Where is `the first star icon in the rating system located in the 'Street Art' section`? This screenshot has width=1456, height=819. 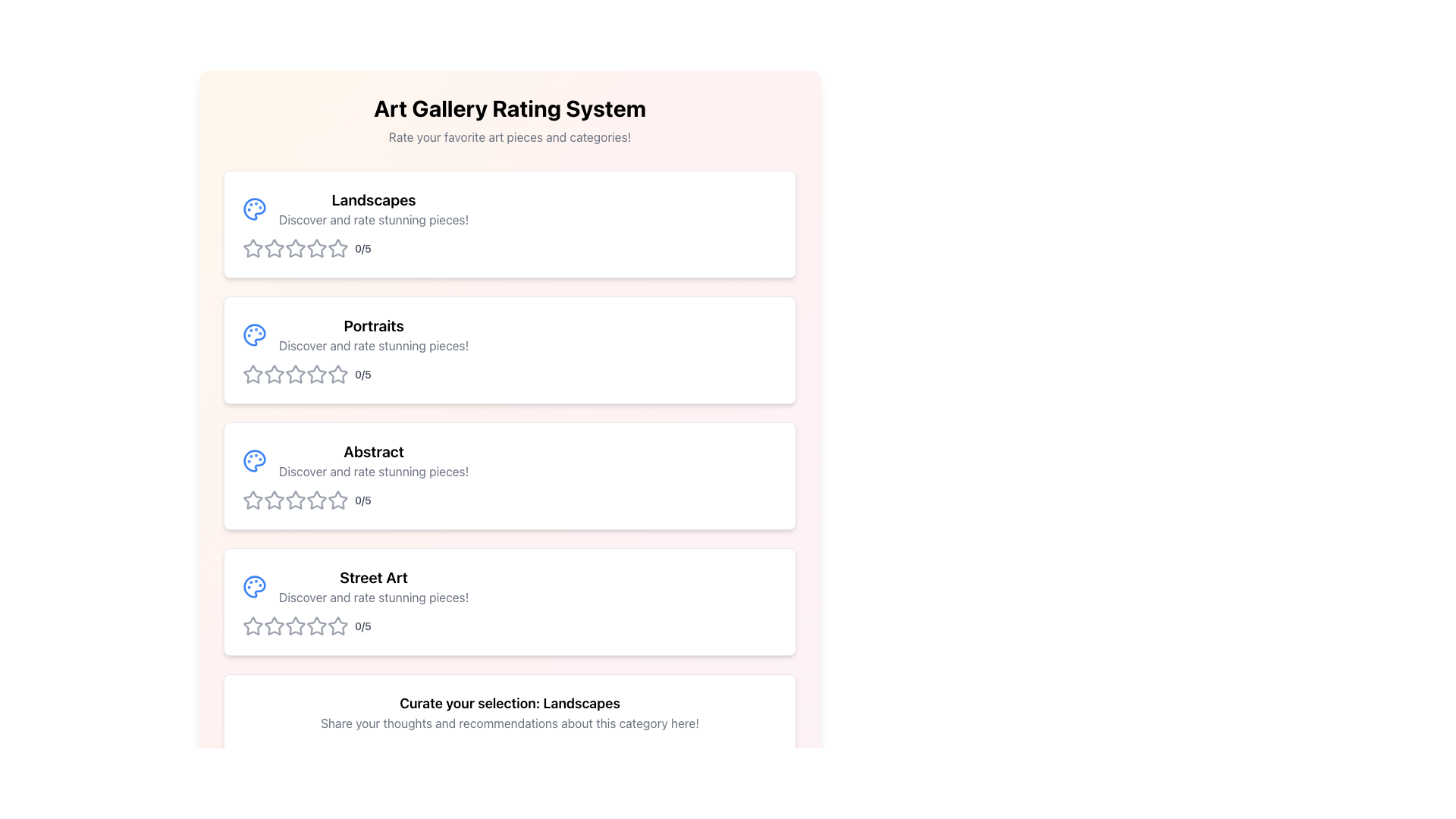 the first star icon in the rating system located in the 'Street Art' section is located at coordinates (253, 626).